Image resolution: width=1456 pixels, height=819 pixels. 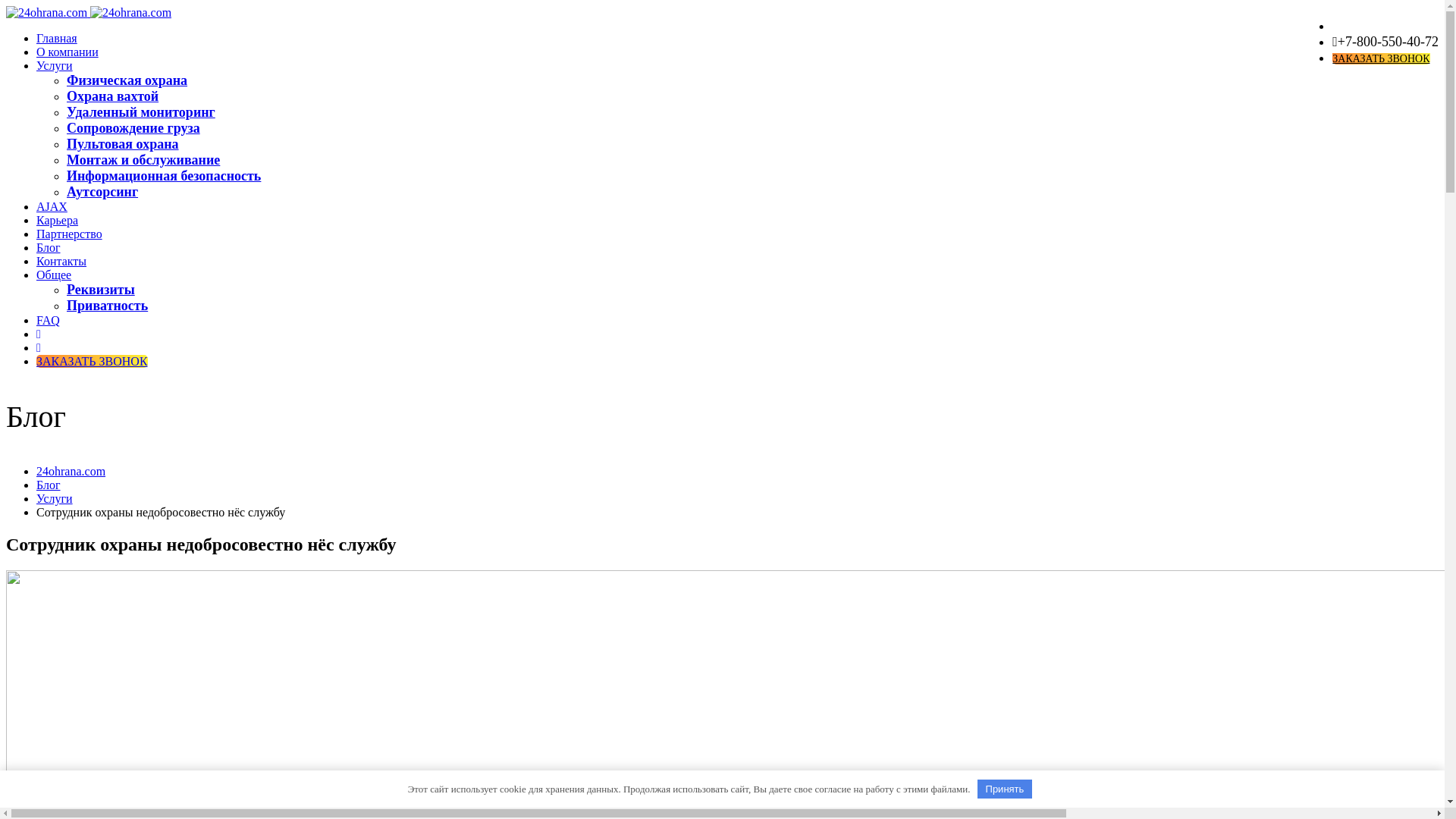 I want to click on 'FAQ', so click(x=48, y=319).